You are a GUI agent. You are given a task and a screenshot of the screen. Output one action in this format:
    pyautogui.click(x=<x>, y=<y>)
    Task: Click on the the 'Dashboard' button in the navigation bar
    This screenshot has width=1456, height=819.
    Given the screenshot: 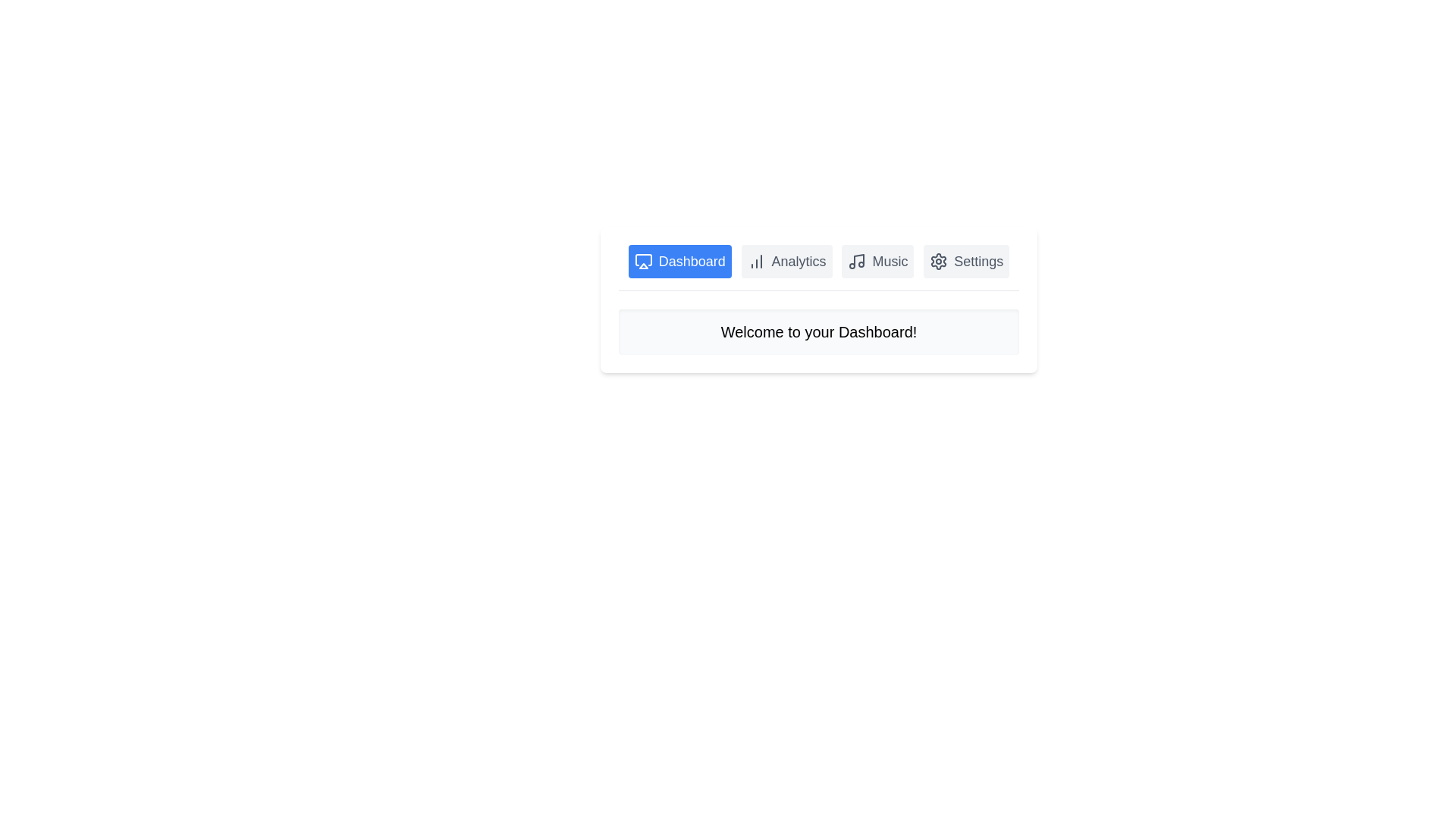 What is the action you would take?
    pyautogui.click(x=679, y=260)
    